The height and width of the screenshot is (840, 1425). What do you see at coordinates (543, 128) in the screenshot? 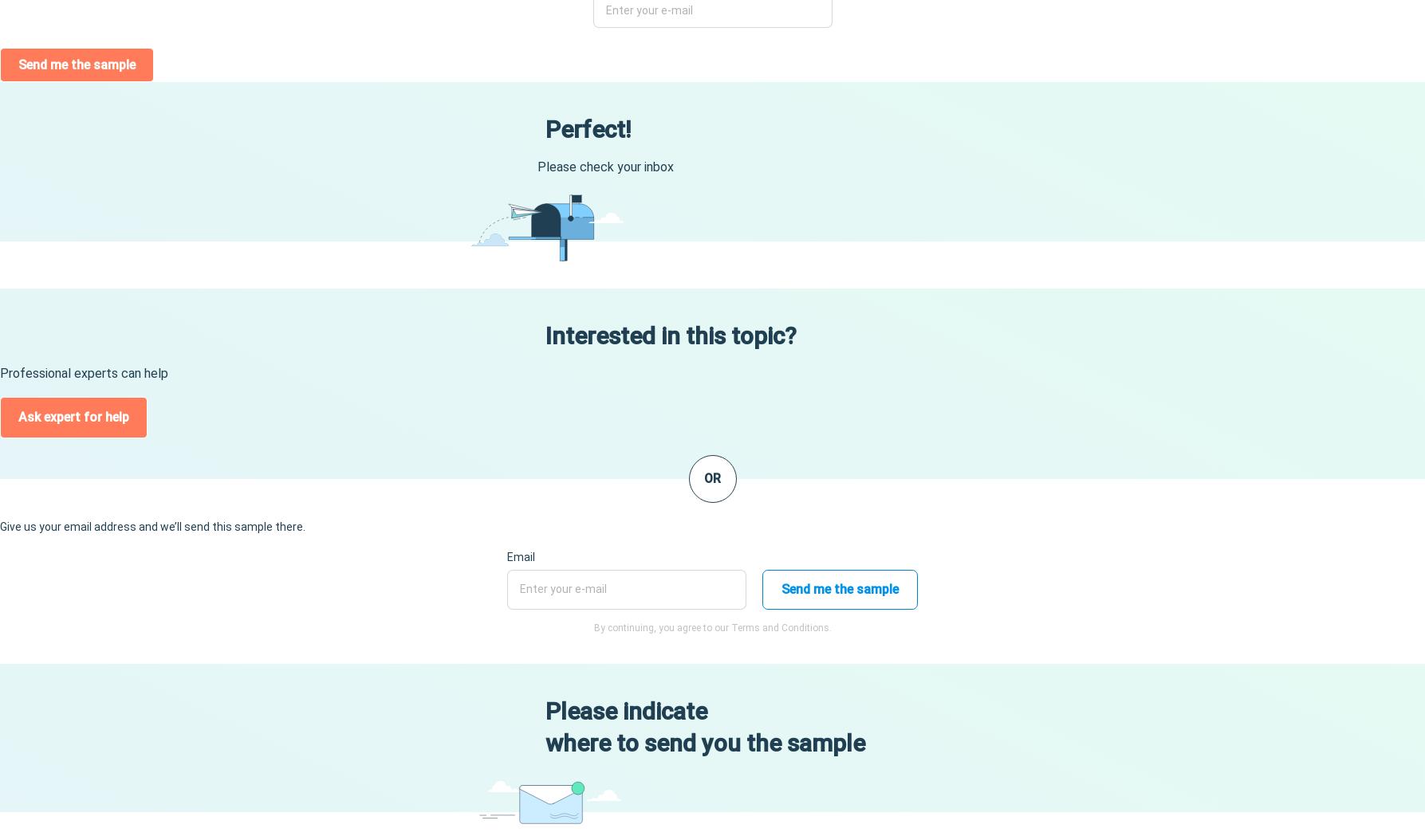
I see `'Perfect!'` at bounding box center [543, 128].